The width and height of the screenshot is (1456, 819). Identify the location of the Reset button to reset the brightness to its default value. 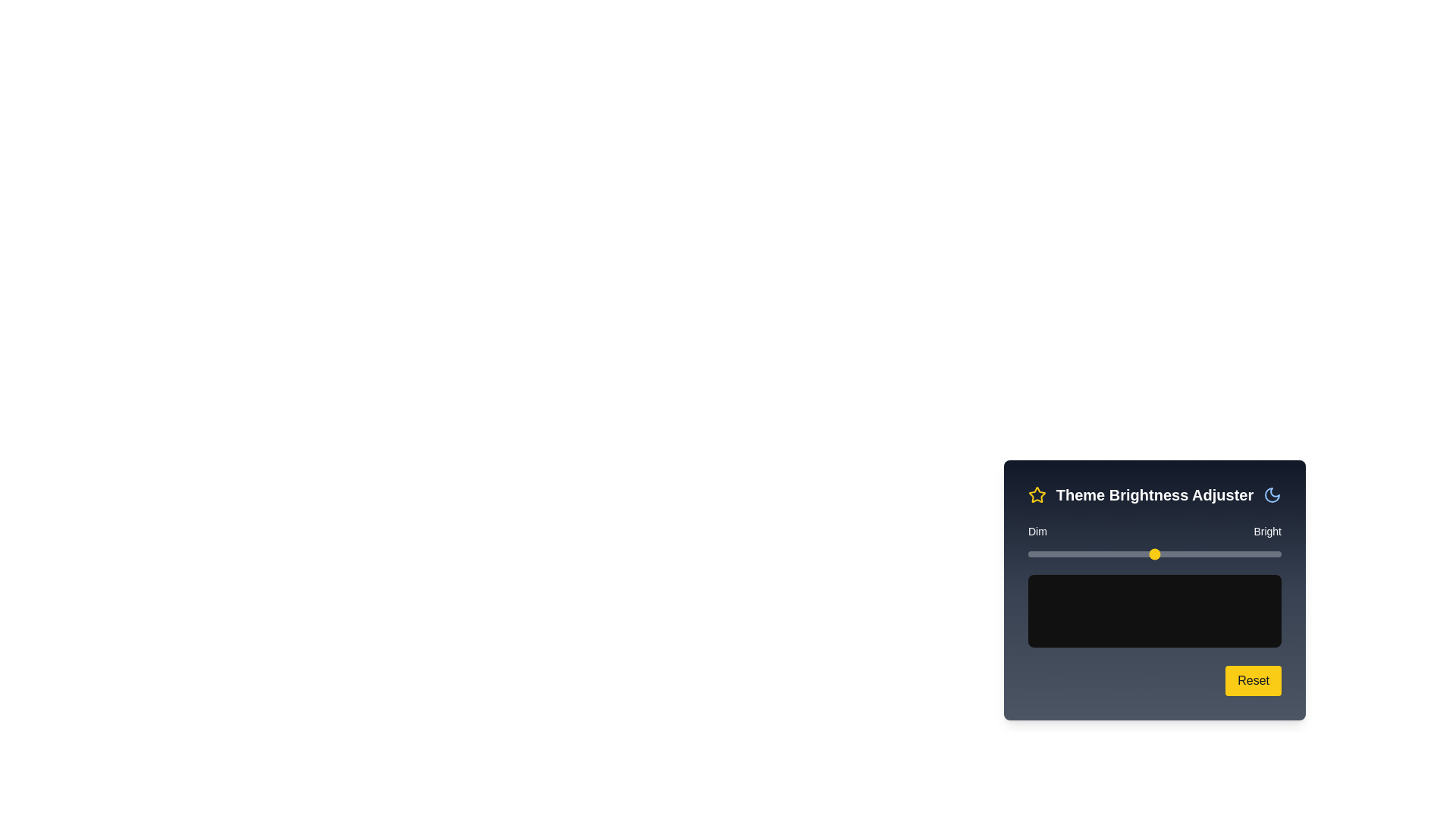
(1253, 680).